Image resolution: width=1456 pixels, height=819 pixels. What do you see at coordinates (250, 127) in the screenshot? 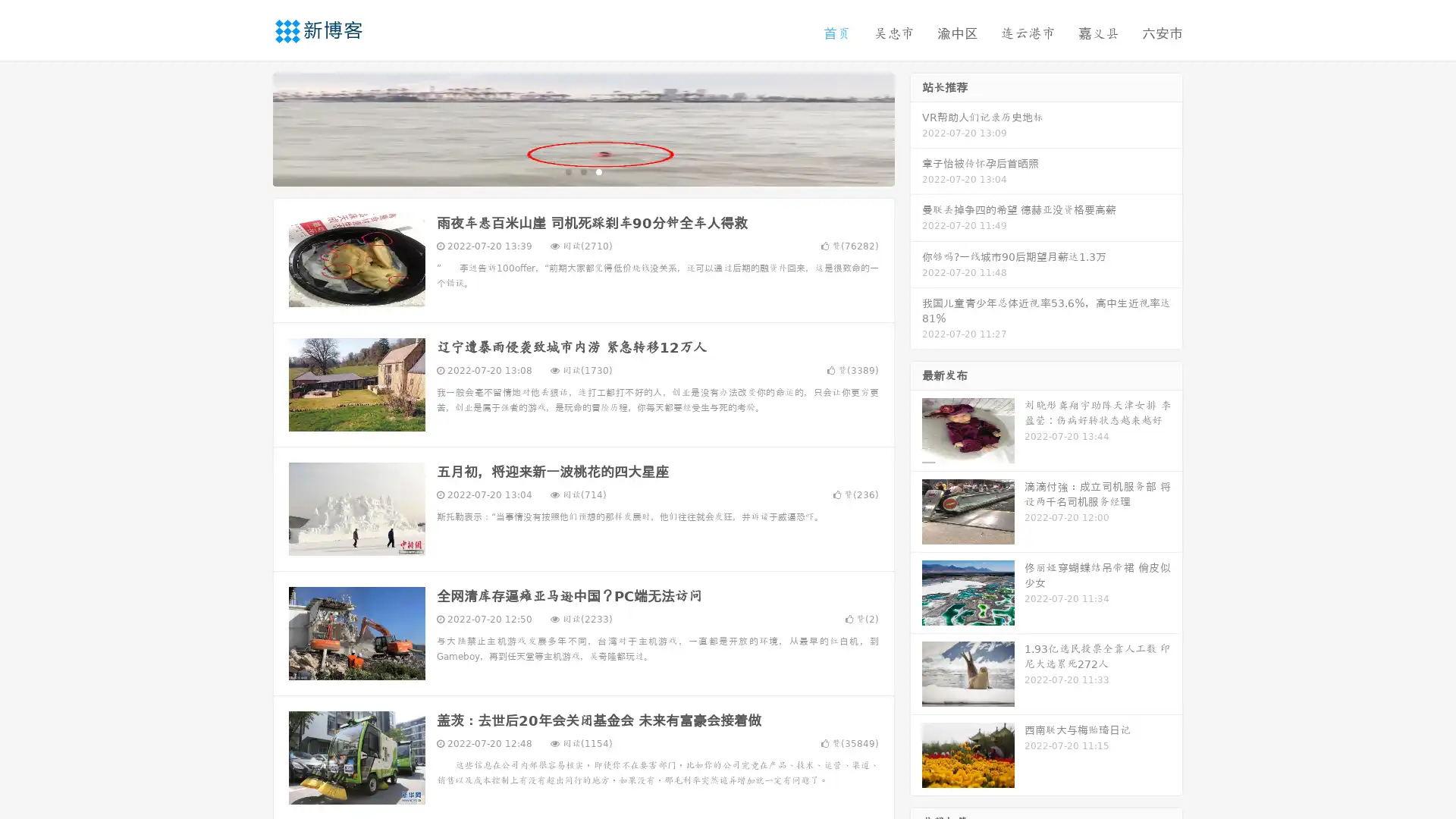
I see `Previous slide` at bounding box center [250, 127].